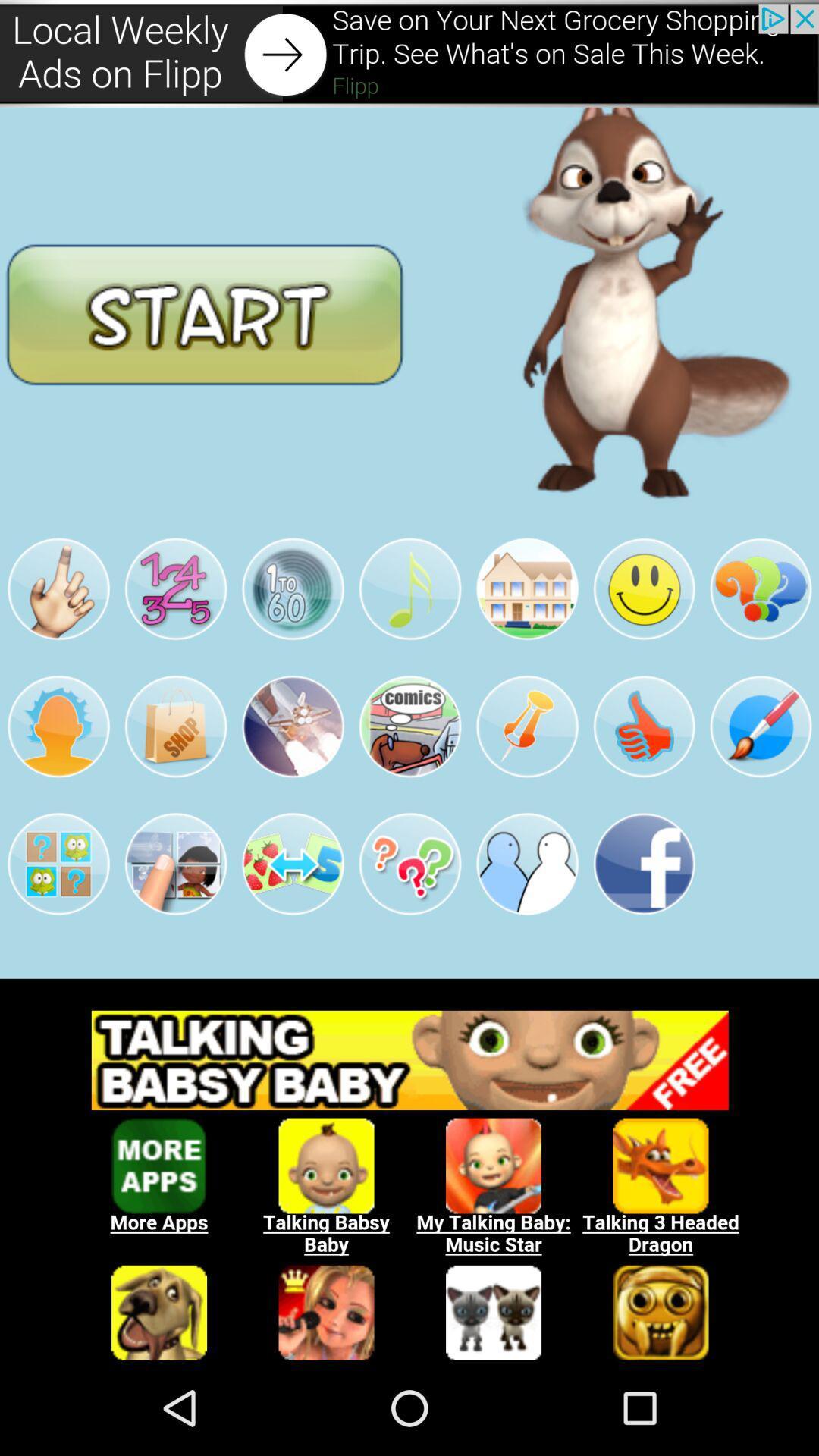 Image resolution: width=819 pixels, height=1456 pixels. What do you see at coordinates (644, 588) in the screenshot?
I see `the sixth image in the second row` at bounding box center [644, 588].